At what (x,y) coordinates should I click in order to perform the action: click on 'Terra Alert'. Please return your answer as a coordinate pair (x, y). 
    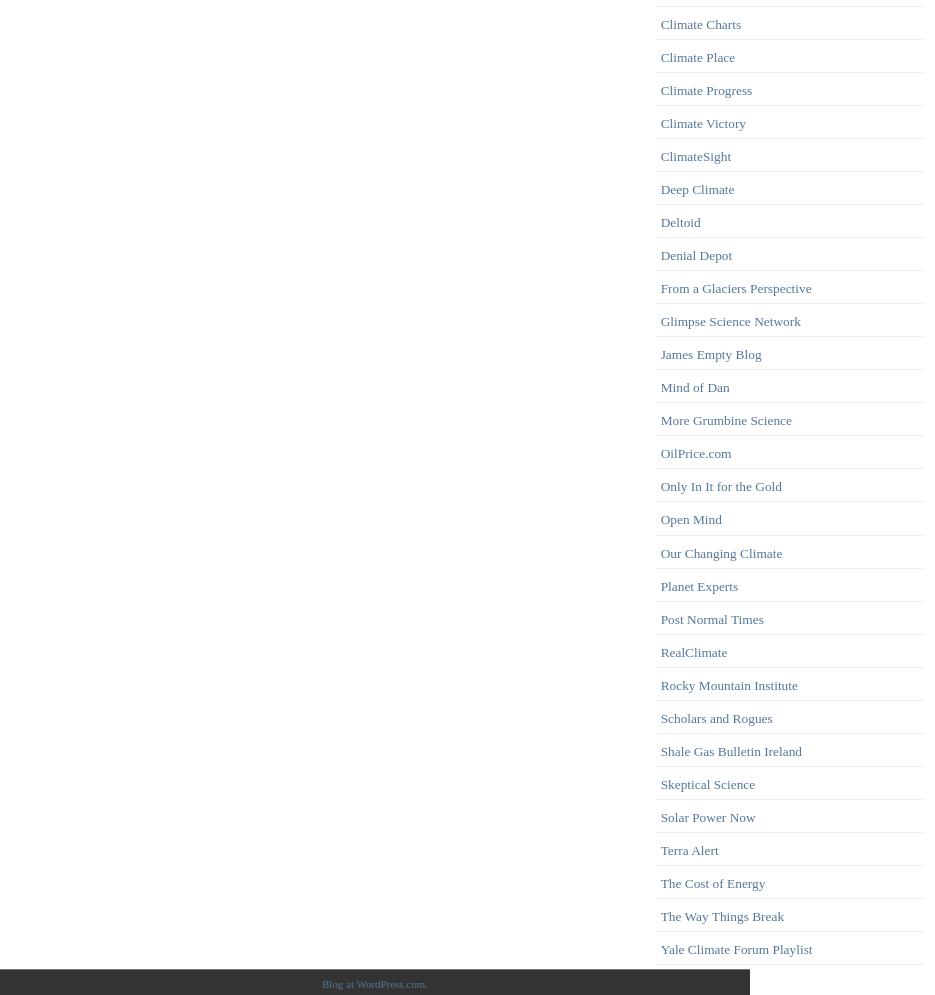
    Looking at the image, I should click on (688, 850).